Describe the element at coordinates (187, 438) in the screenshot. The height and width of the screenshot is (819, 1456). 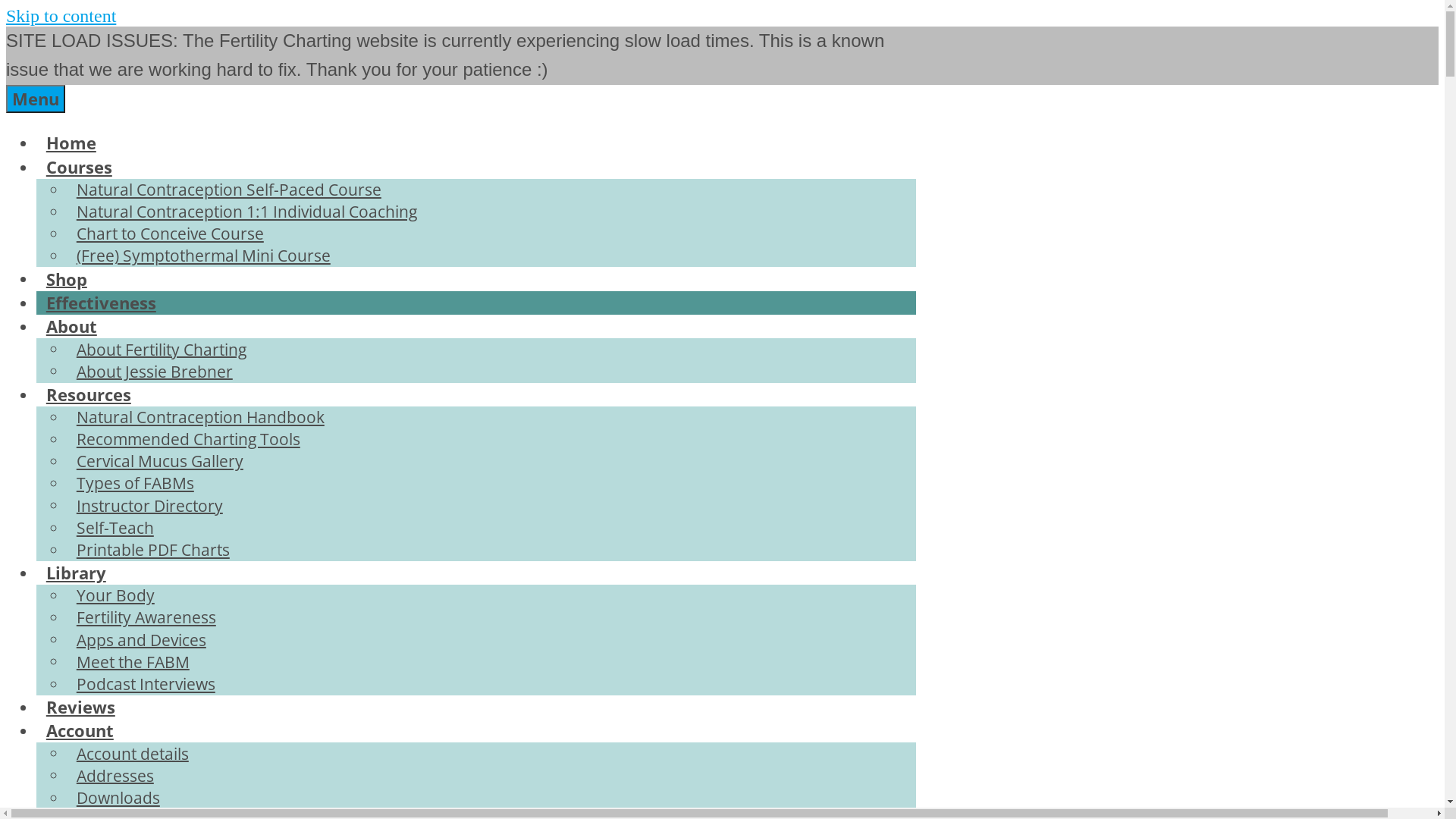
I see `'Recommended Charting Tools'` at that location.